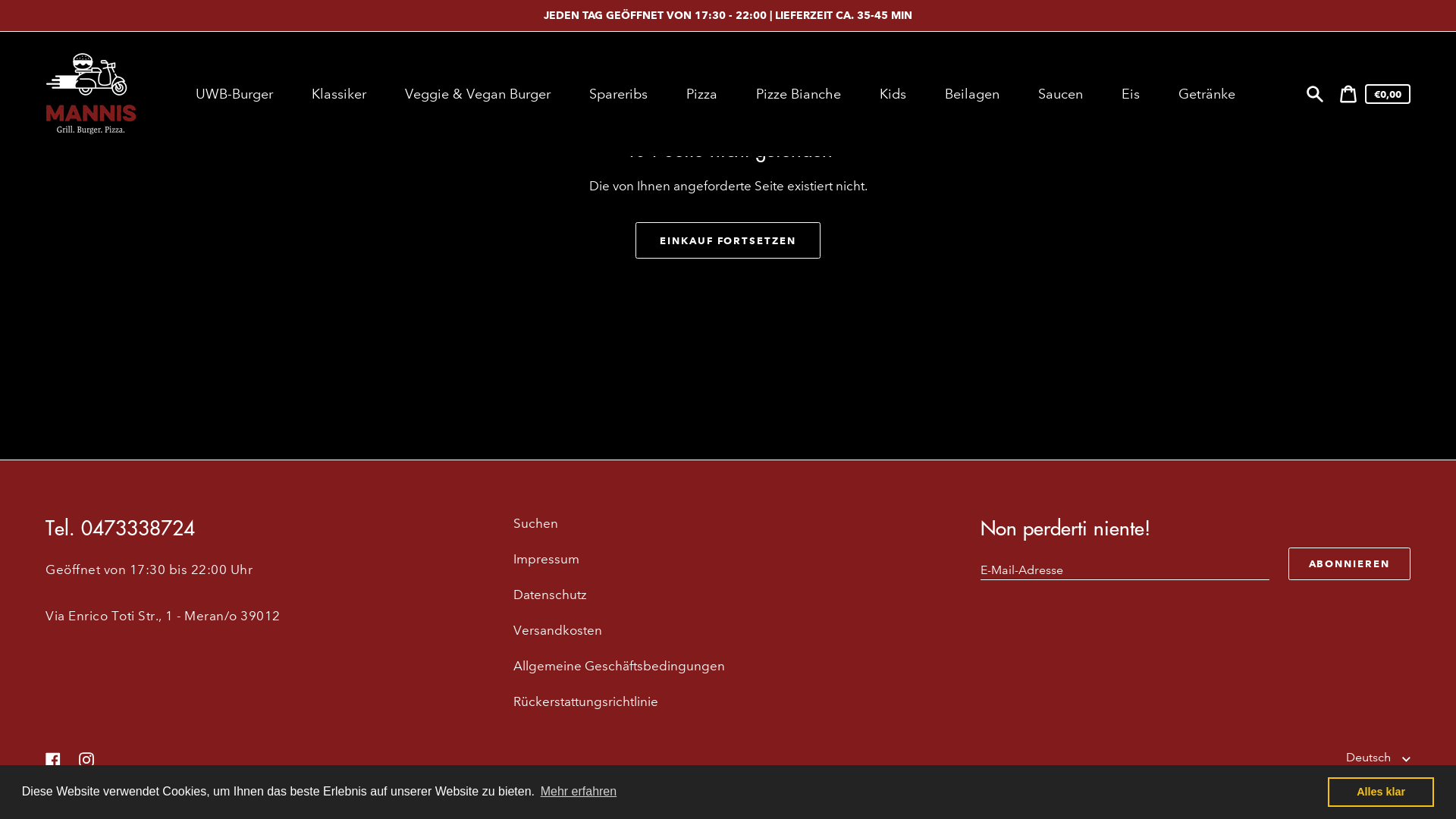 The height and width of the screenshot is (819, 1456). I want to click on 'Pizza', so click(702, 93).